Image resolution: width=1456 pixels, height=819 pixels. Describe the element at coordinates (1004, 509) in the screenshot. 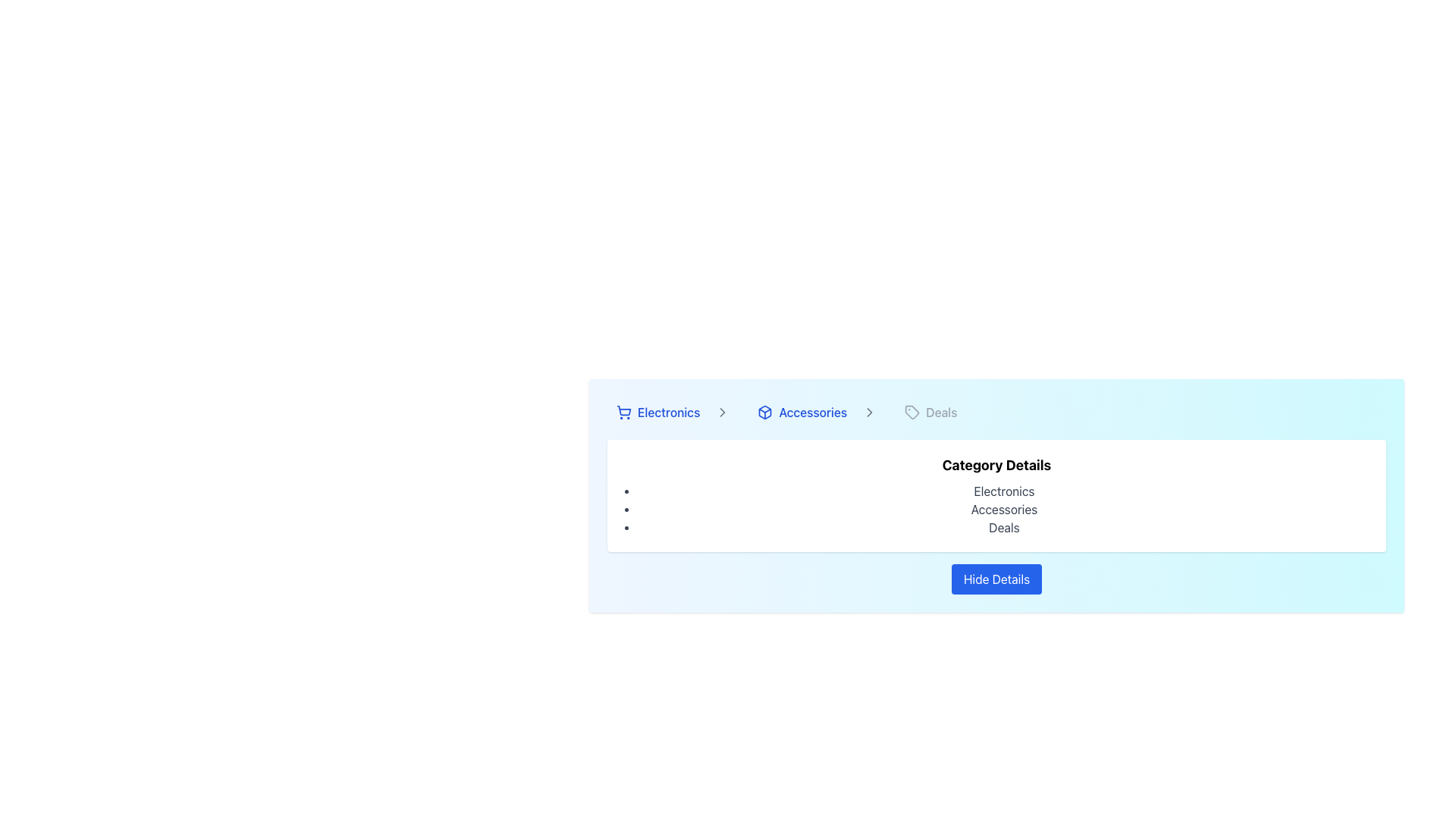

I see `the text label reading 'Accessories' in bold, located in the 'Category Details' section underneath a breadcrumb navigation, which is the second item in a bulleted list` at that location.